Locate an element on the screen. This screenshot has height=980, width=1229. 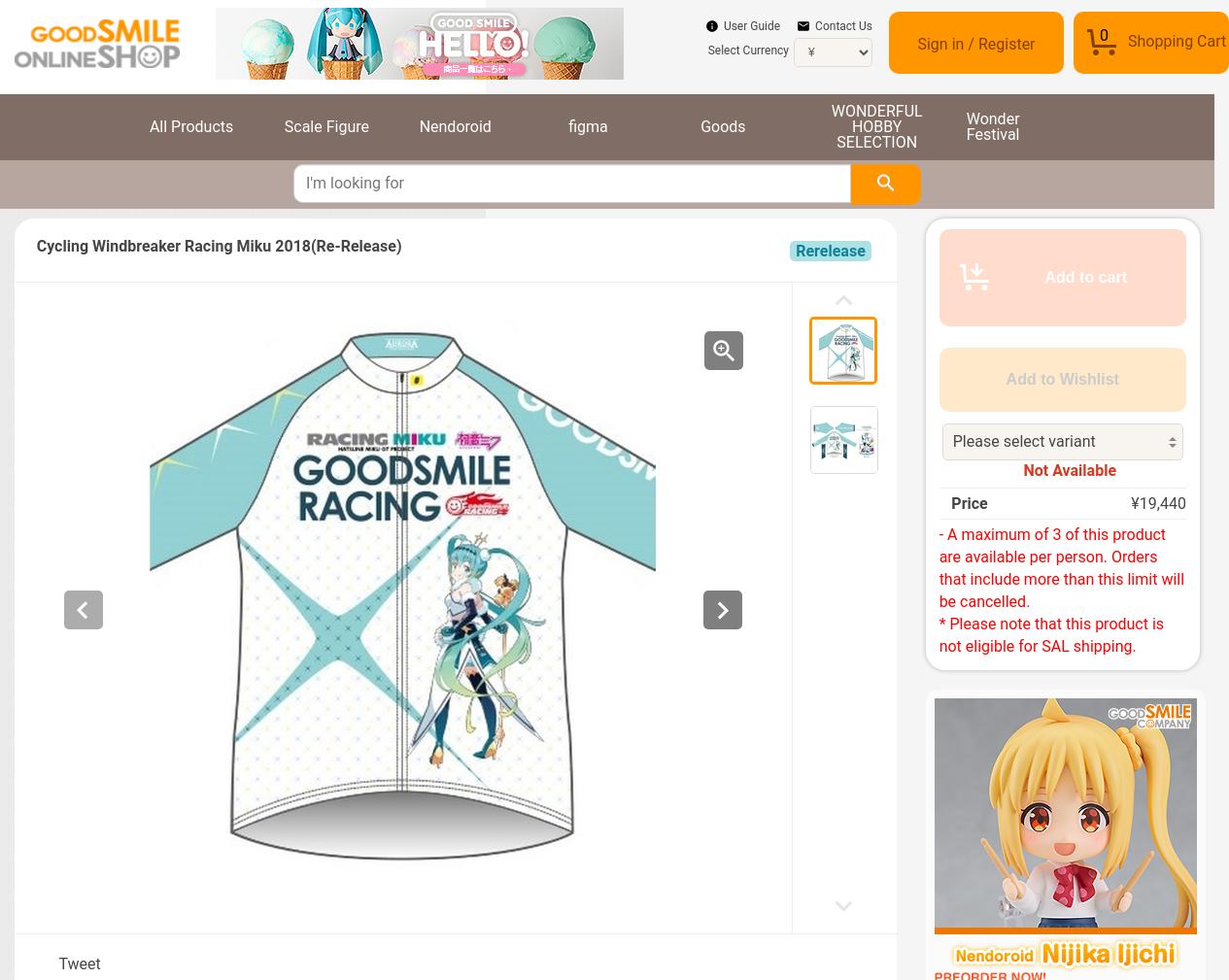
'SELECTION' is located at coordinates (835, 140).